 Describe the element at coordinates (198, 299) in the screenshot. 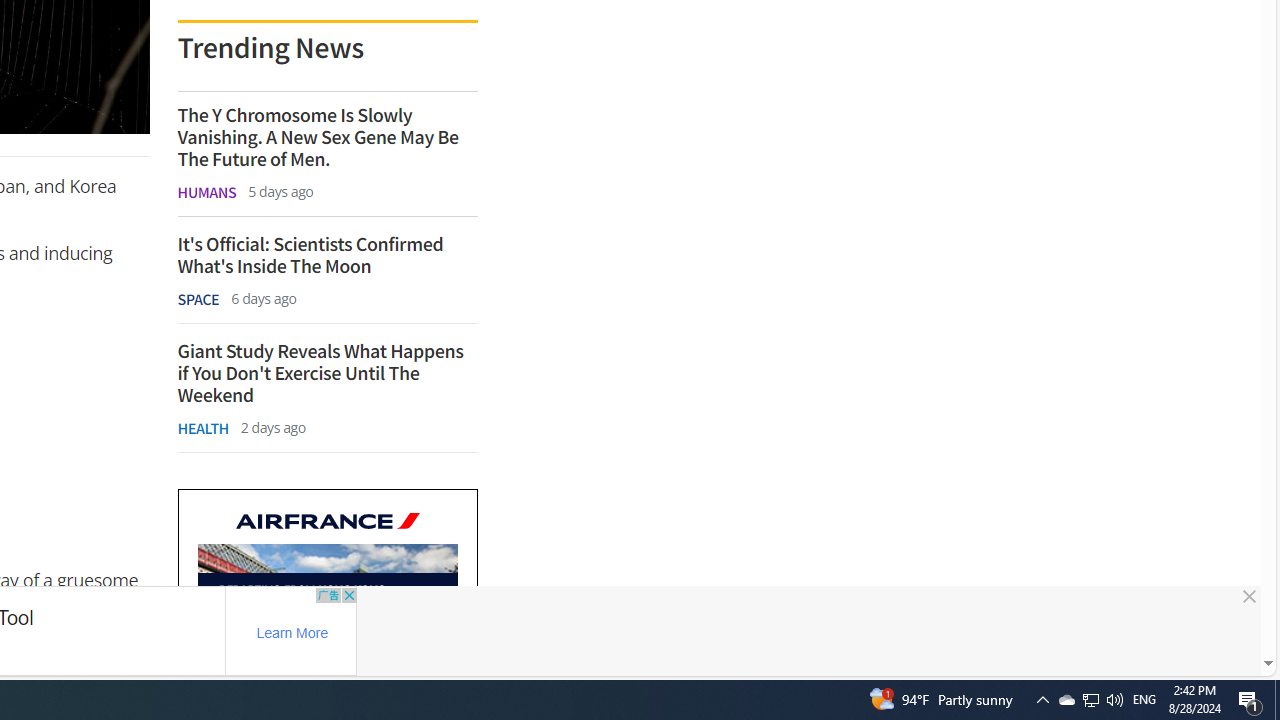

I see `'SPACE'` at that location.